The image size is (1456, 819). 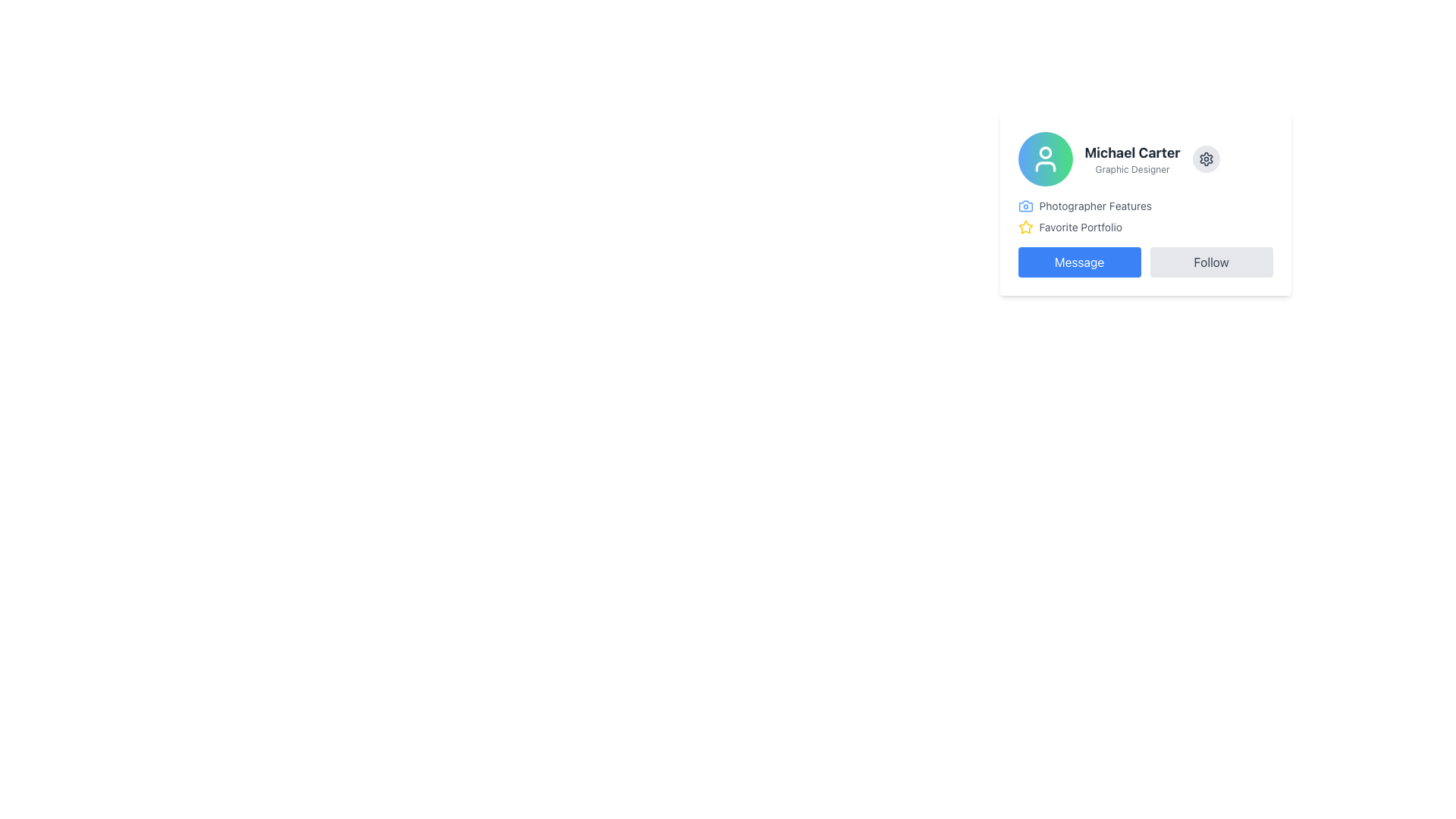 What do you see at coordinates (1025, 206) in the screenshot?
I see `the camera icon that signifies the 'Photographer Features' section, located within the profile card section, adjacent to the left of the 'Photographer Features' text` at bounding box center [1025, 206].